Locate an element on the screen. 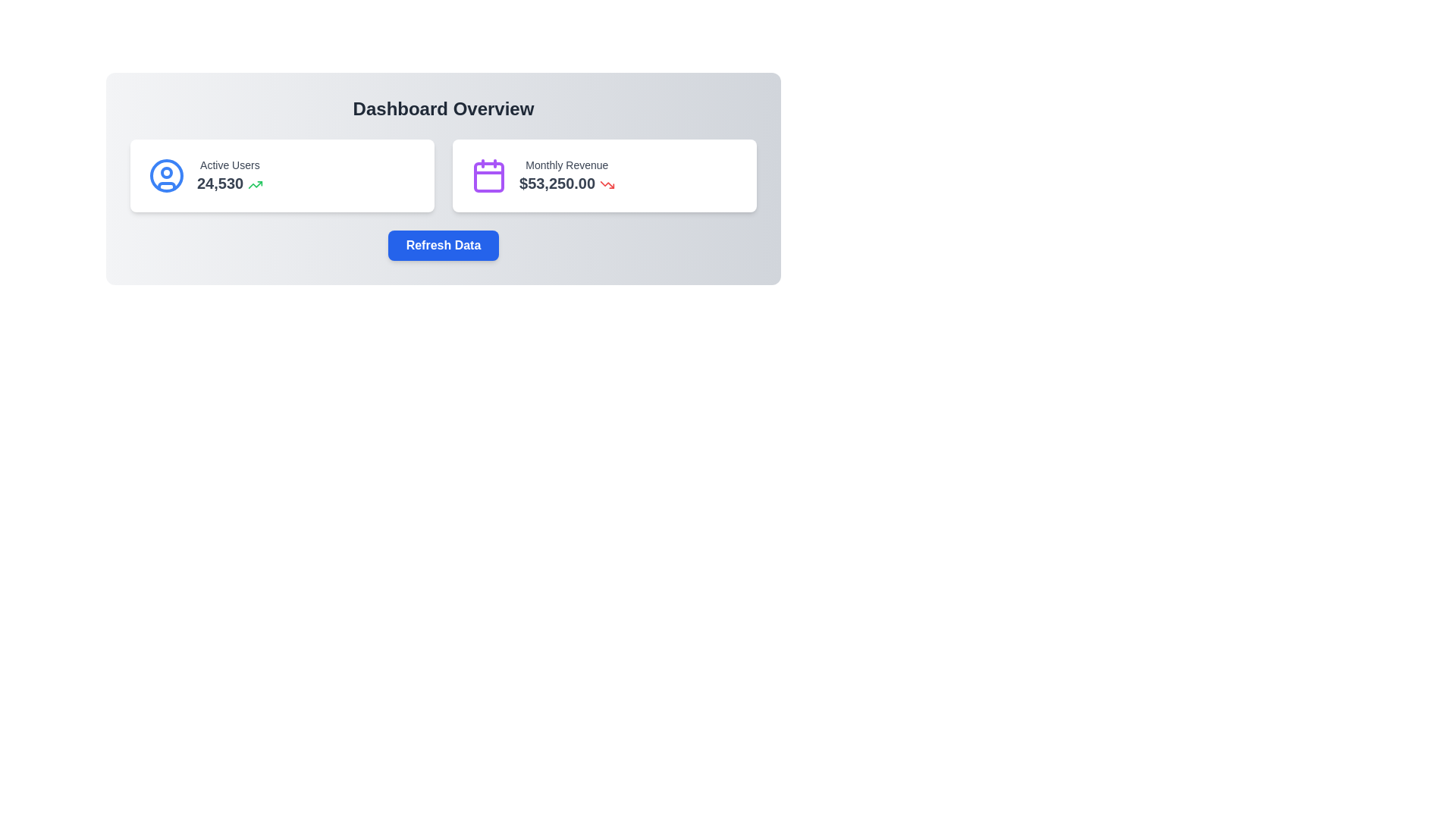 The height and width of the screenshot is (819, 1456). the 'Active Users' text label, which is positioned above the numerical value '24,530' in the Dashboard Overview section is located at coordinates (229, 165).